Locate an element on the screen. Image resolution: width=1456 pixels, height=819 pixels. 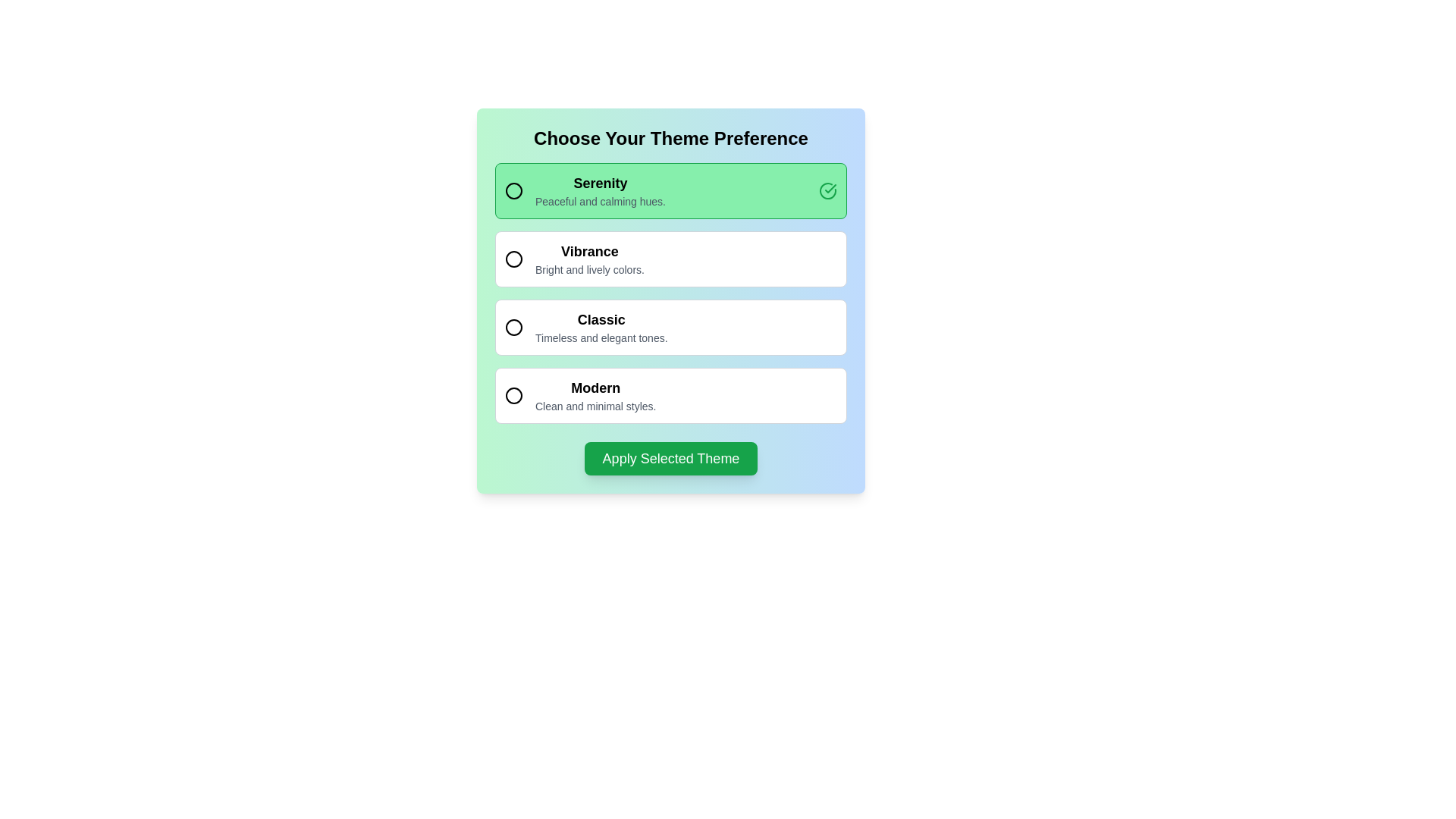
the 'Serenity' theme icon, which is the first option in the 'Choose Your Theme Preference' list is located at coordinates (513, 190).